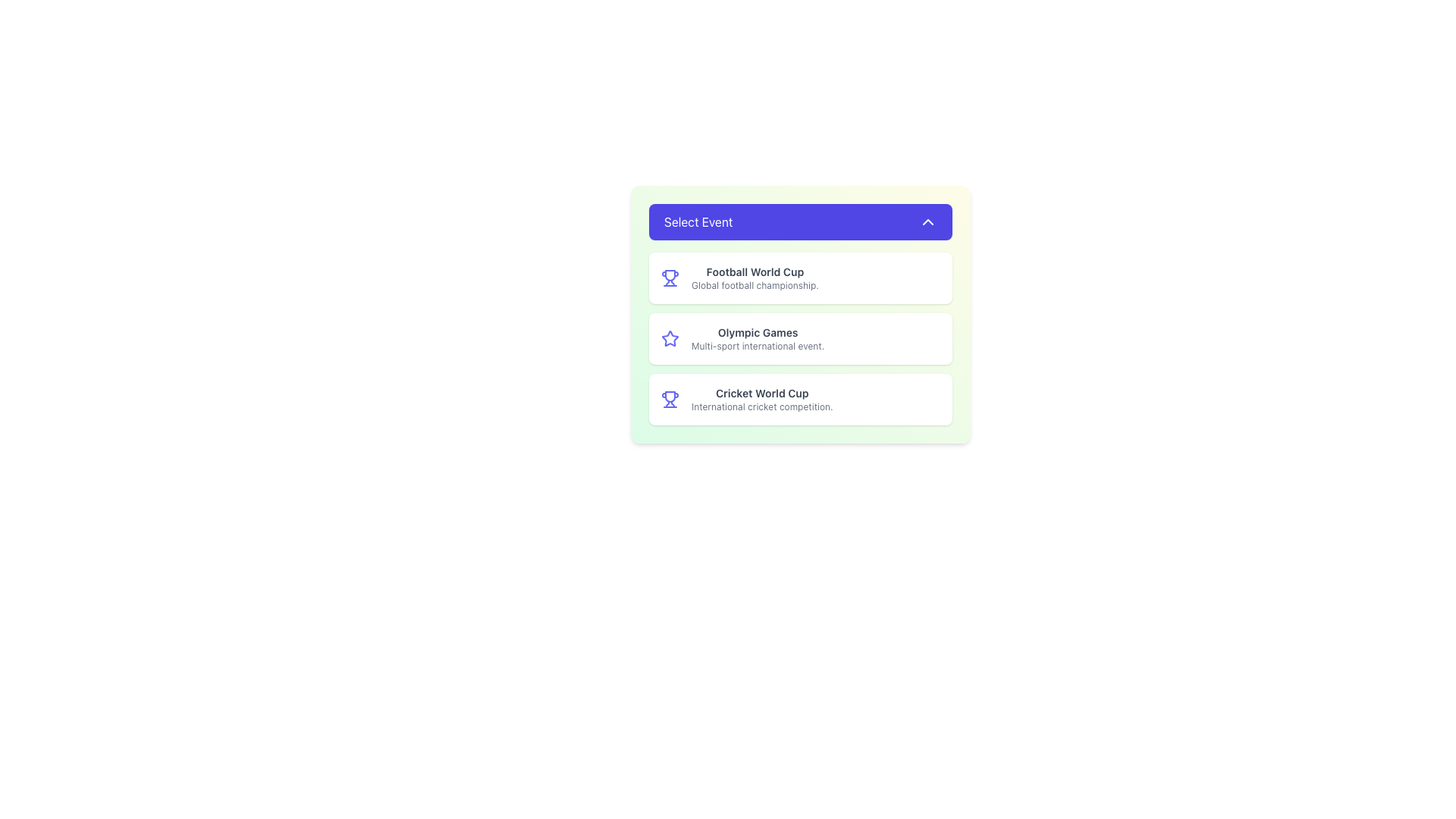  Describe the element at coordinates (755, 286) in the screenshot. I see `the small text label stating 'Global football championship.' located below the 'Football World Cup' title within the event selection card layout` at that location.